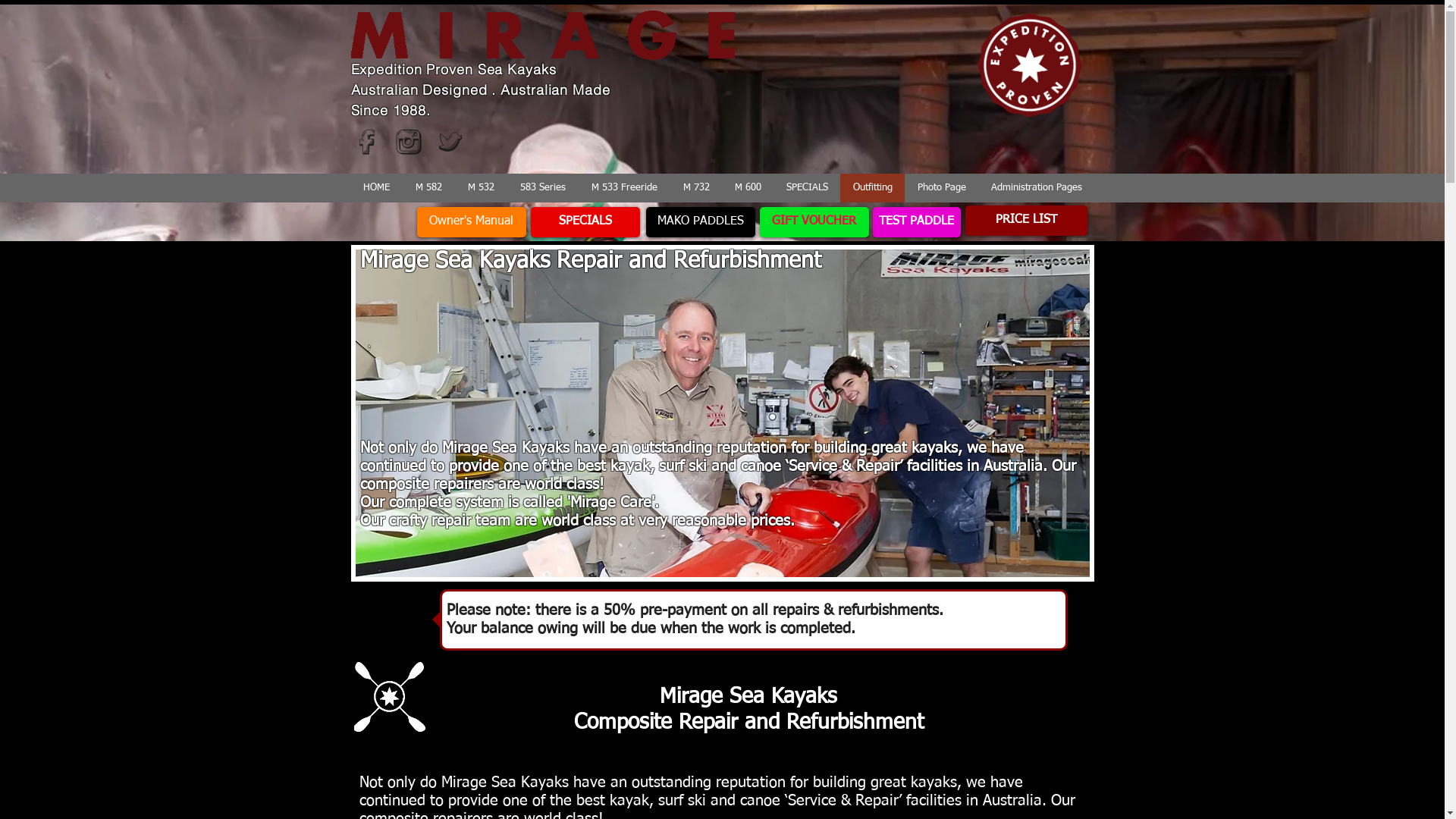  I want to click on 'Owner's Manual', so click(471, 222).